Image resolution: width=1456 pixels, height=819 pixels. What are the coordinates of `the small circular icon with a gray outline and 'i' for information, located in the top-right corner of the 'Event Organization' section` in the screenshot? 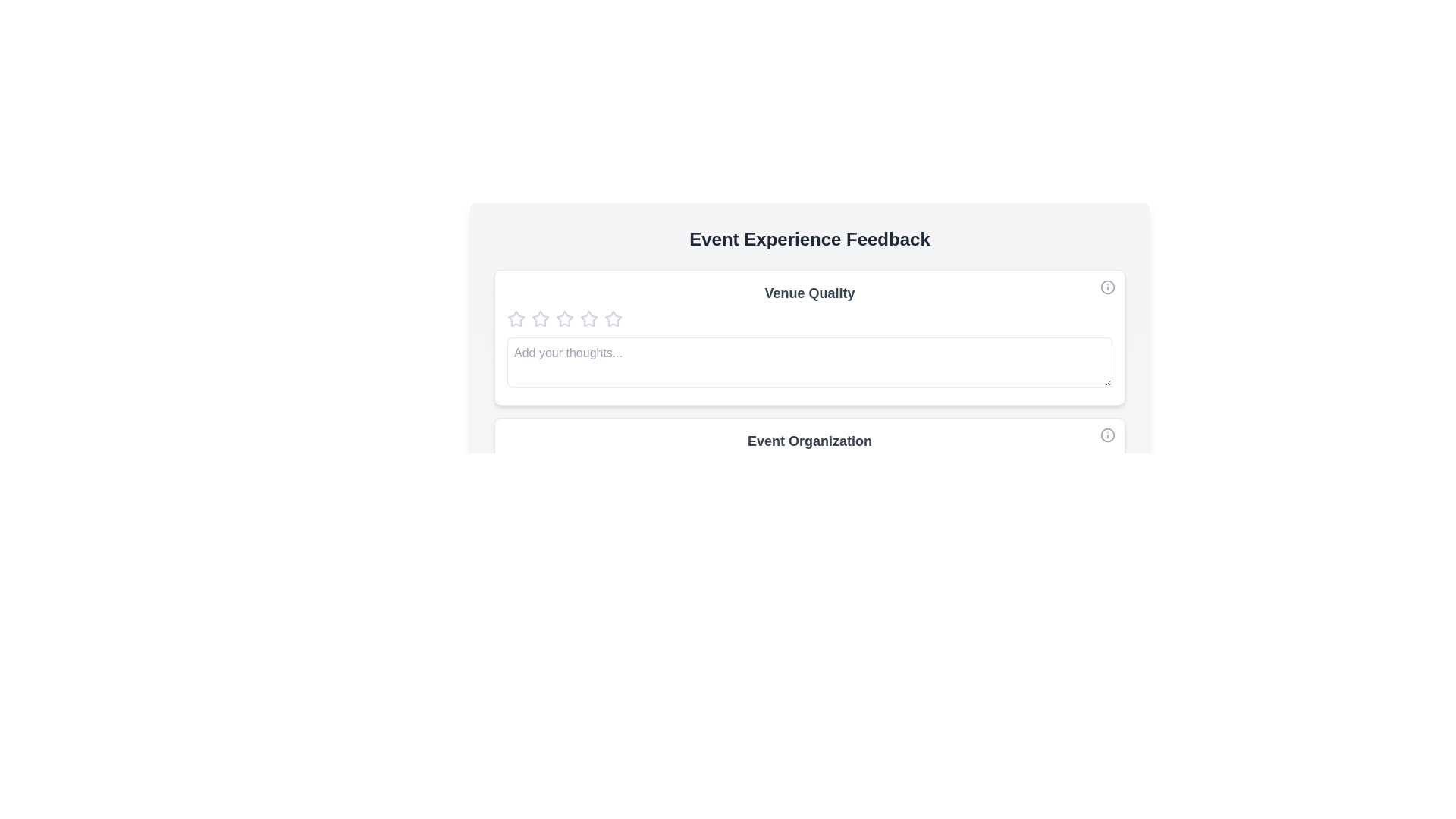 It's located at (1107, 435).